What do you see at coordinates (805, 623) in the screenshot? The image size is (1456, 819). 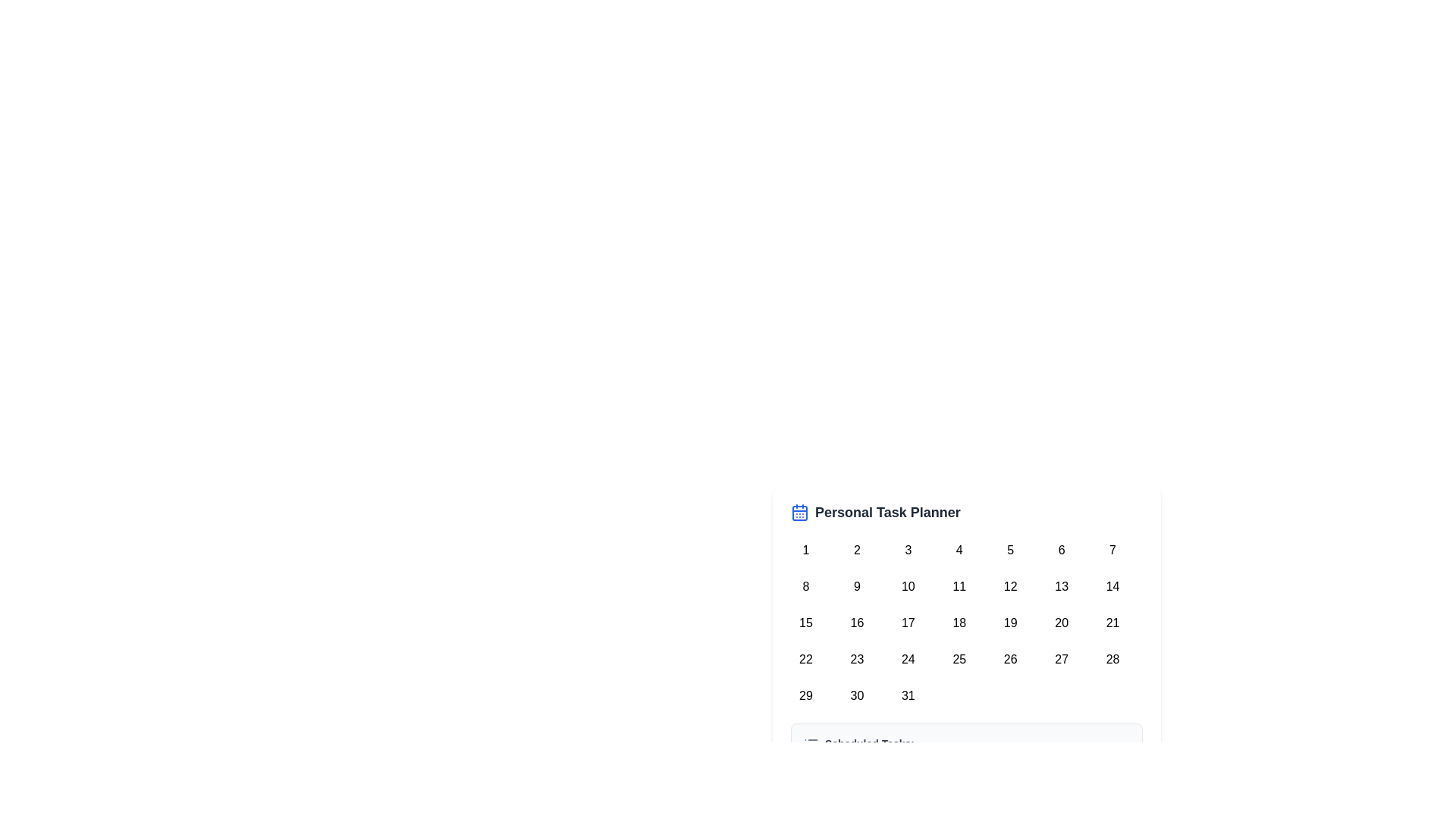 I see `the date selector button located` at bounding box center [805, 623].